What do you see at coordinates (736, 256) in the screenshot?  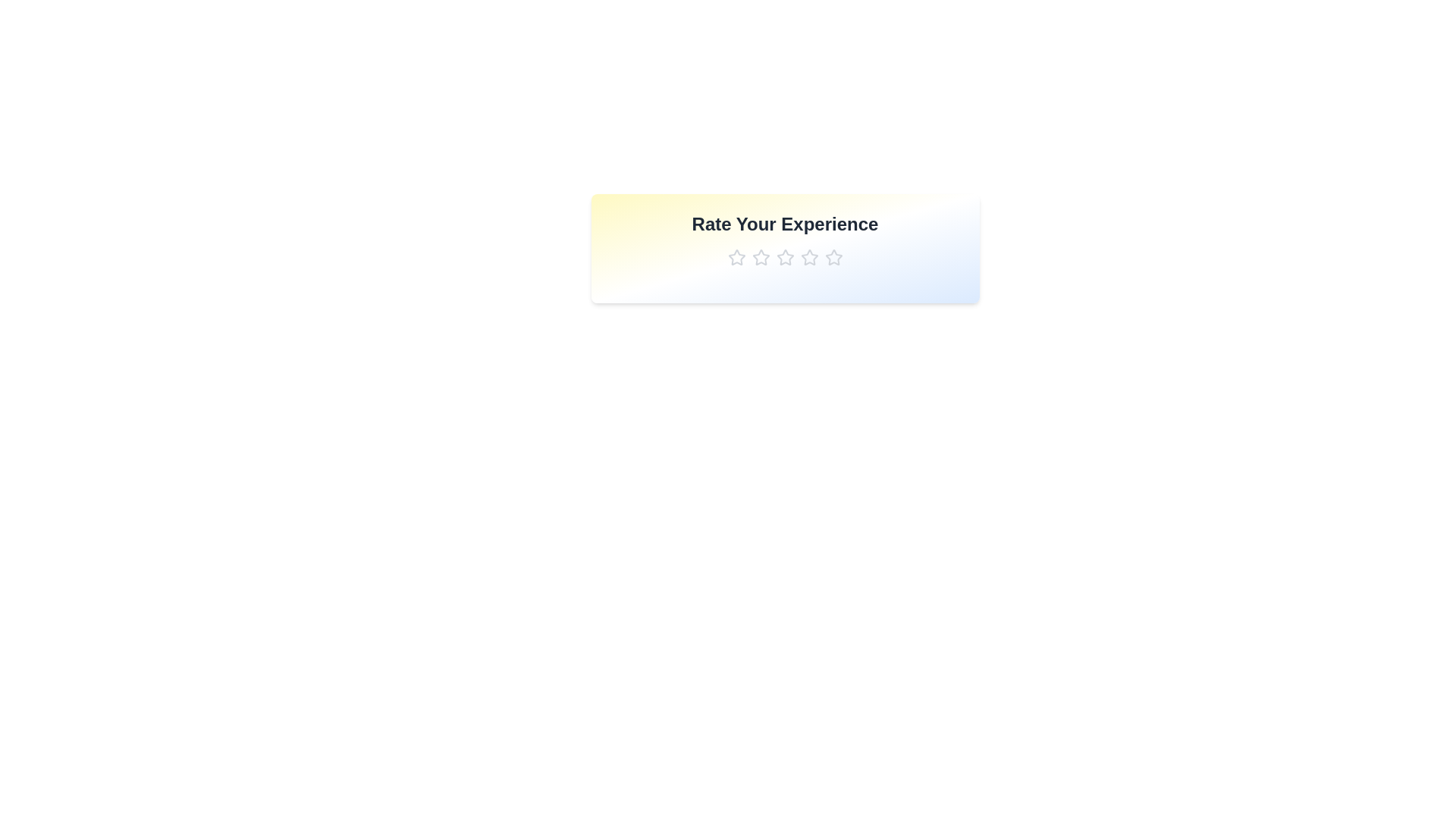 I see `the star corresponding to the rating 1` at bounding box center [736, 256].